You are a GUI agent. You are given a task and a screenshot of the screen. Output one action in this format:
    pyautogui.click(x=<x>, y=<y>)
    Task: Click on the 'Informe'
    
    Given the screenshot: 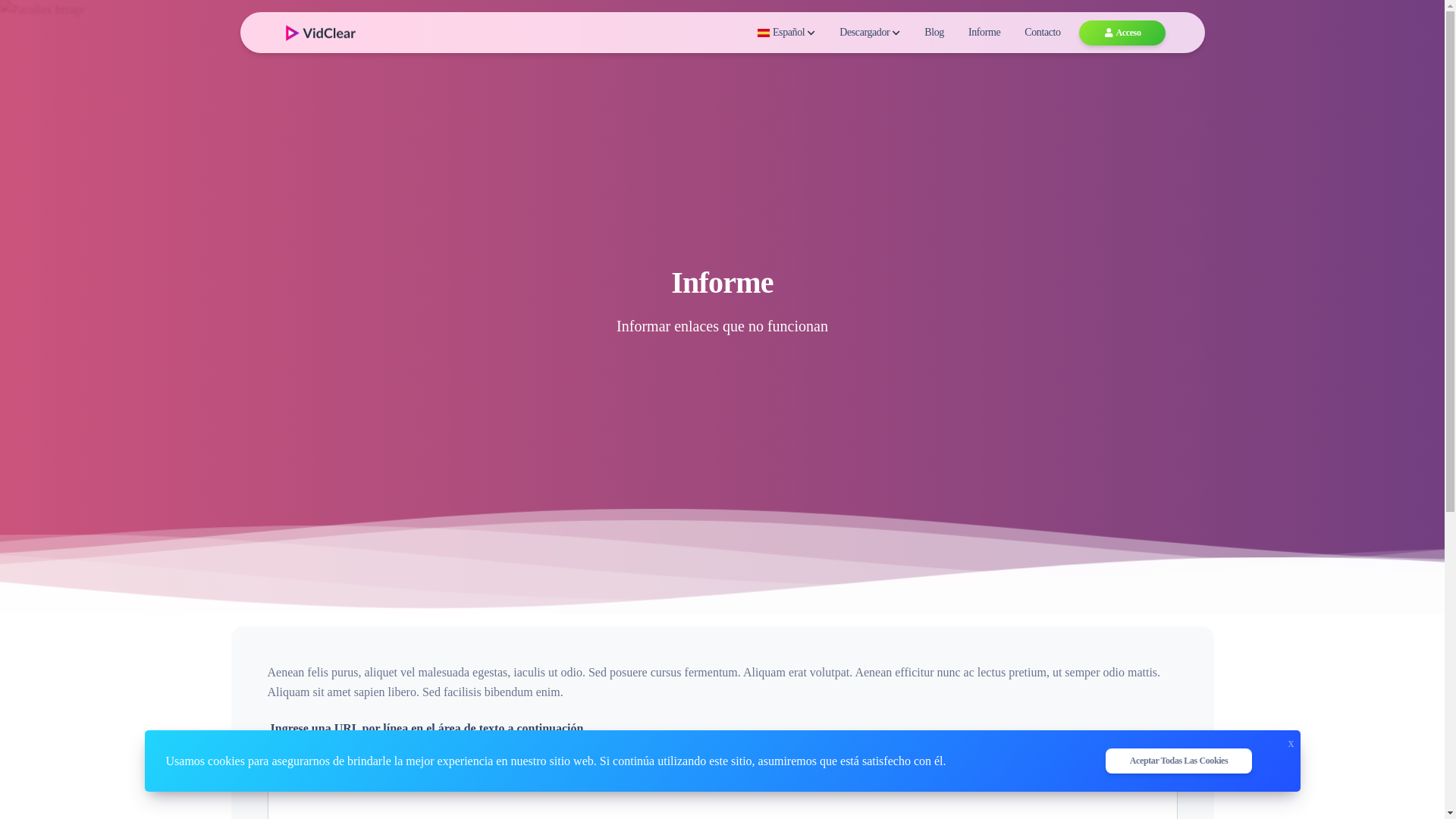 What is the action you would take?
    pyautogui.click(x=984, y=32)
    